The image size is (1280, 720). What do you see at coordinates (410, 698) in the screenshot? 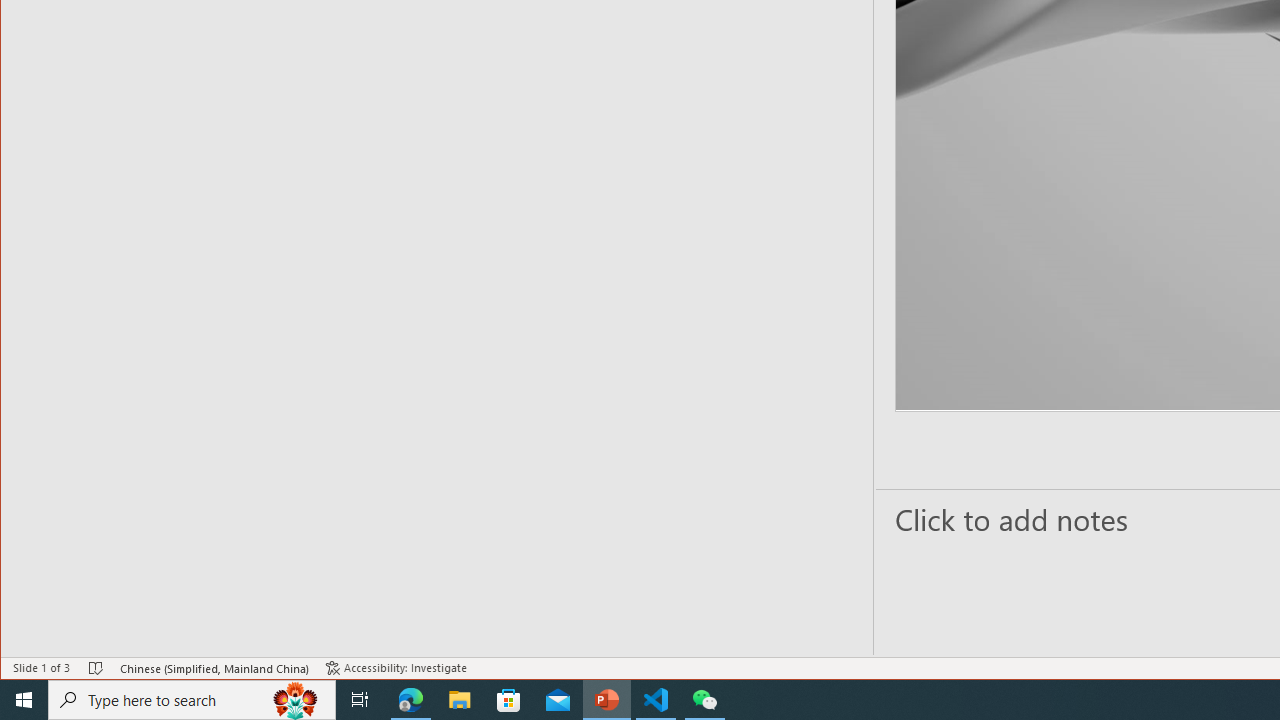
I see `'Microsoft Edge - 1 running window'` at bounding box center [410, 698].